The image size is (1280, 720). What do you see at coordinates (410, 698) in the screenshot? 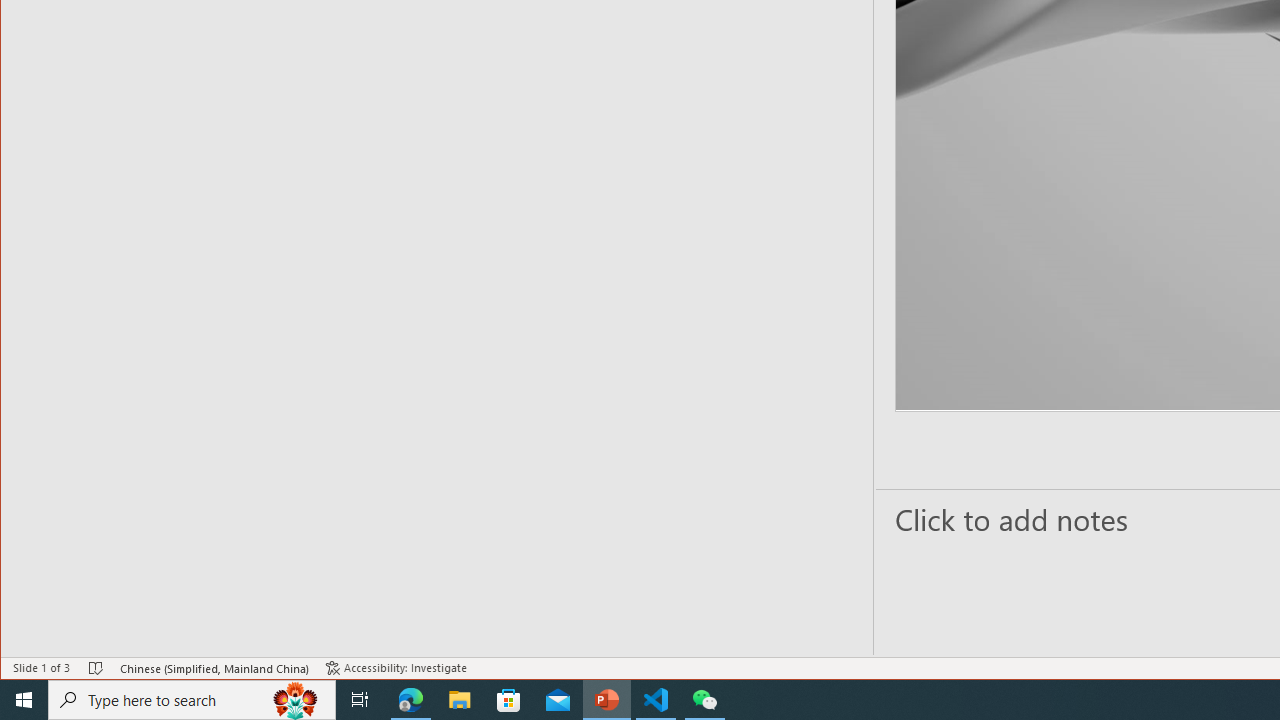
I see `'Microsoft Edge - 1 running window'` at bounding box center [410, 698].